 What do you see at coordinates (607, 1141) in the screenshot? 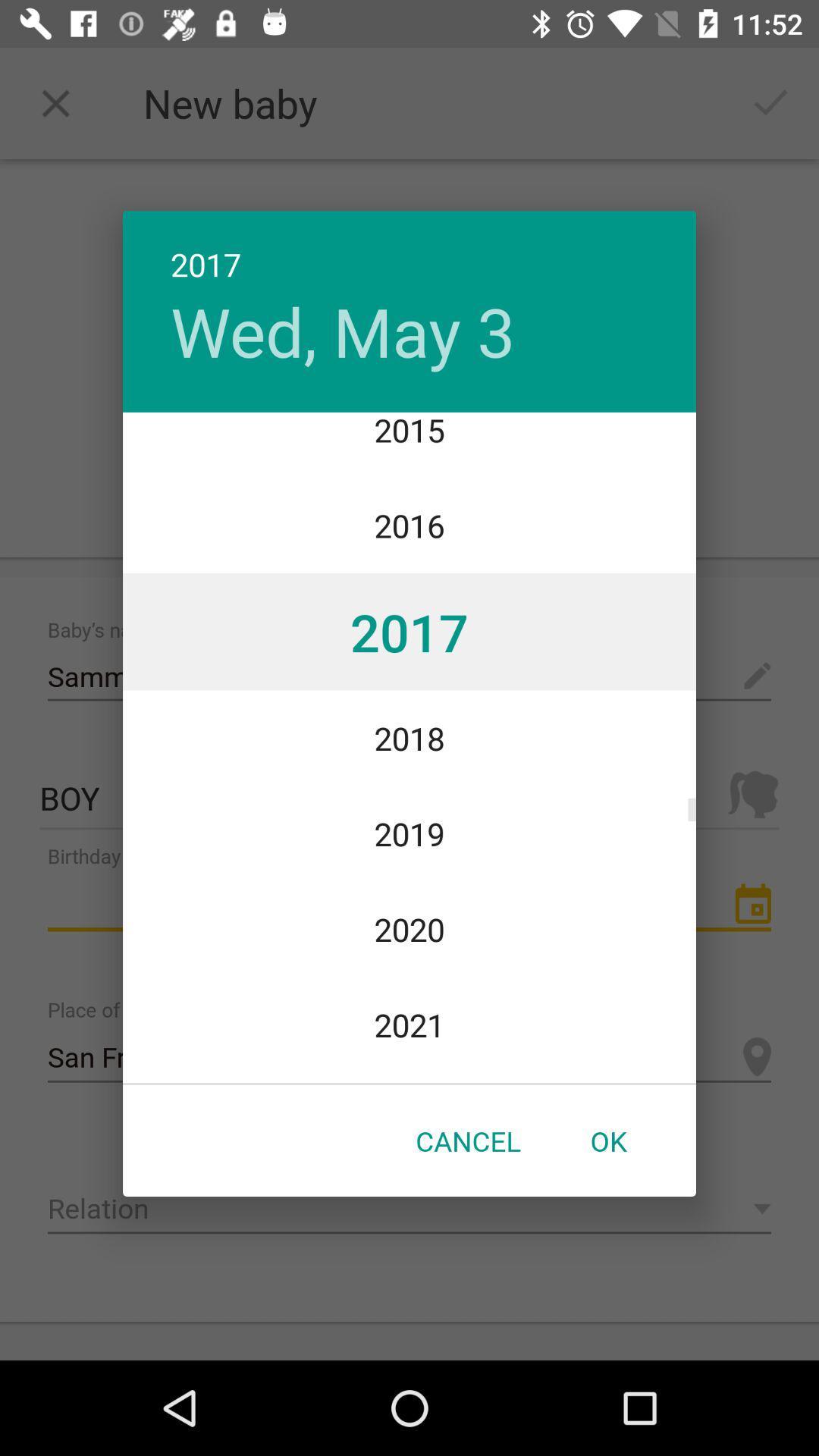
I see `the icon to the right of the cancel` at bounding box center [607, 1141].